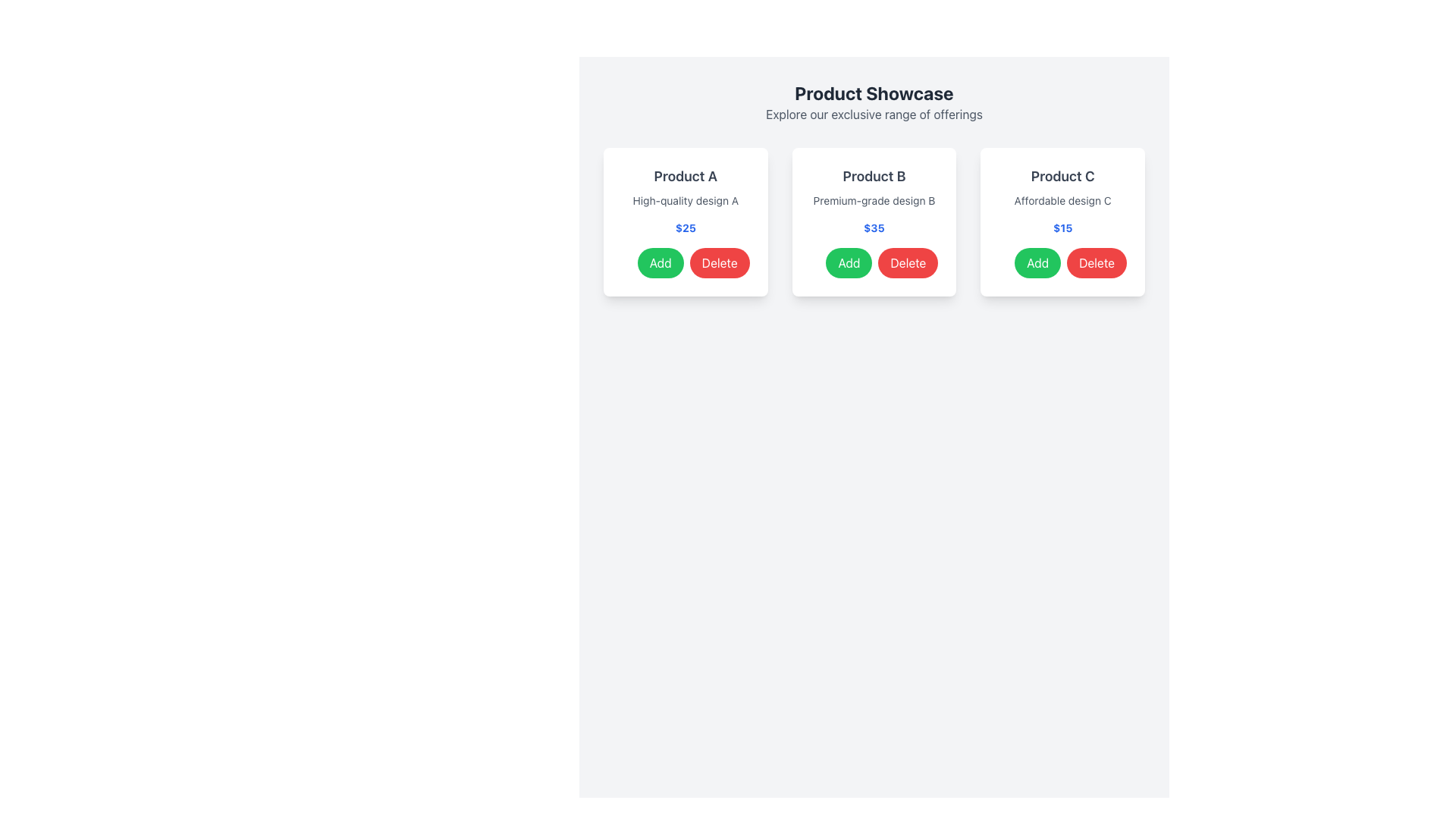 The width and height of the screenshot is (1456, 819). Describe the element at coordinates (1062, 175) in the screenshot. I see `the text label displaying the product name 'Product C', which is styled in bold dark gray and positioned at the top of the product details card` at that location.